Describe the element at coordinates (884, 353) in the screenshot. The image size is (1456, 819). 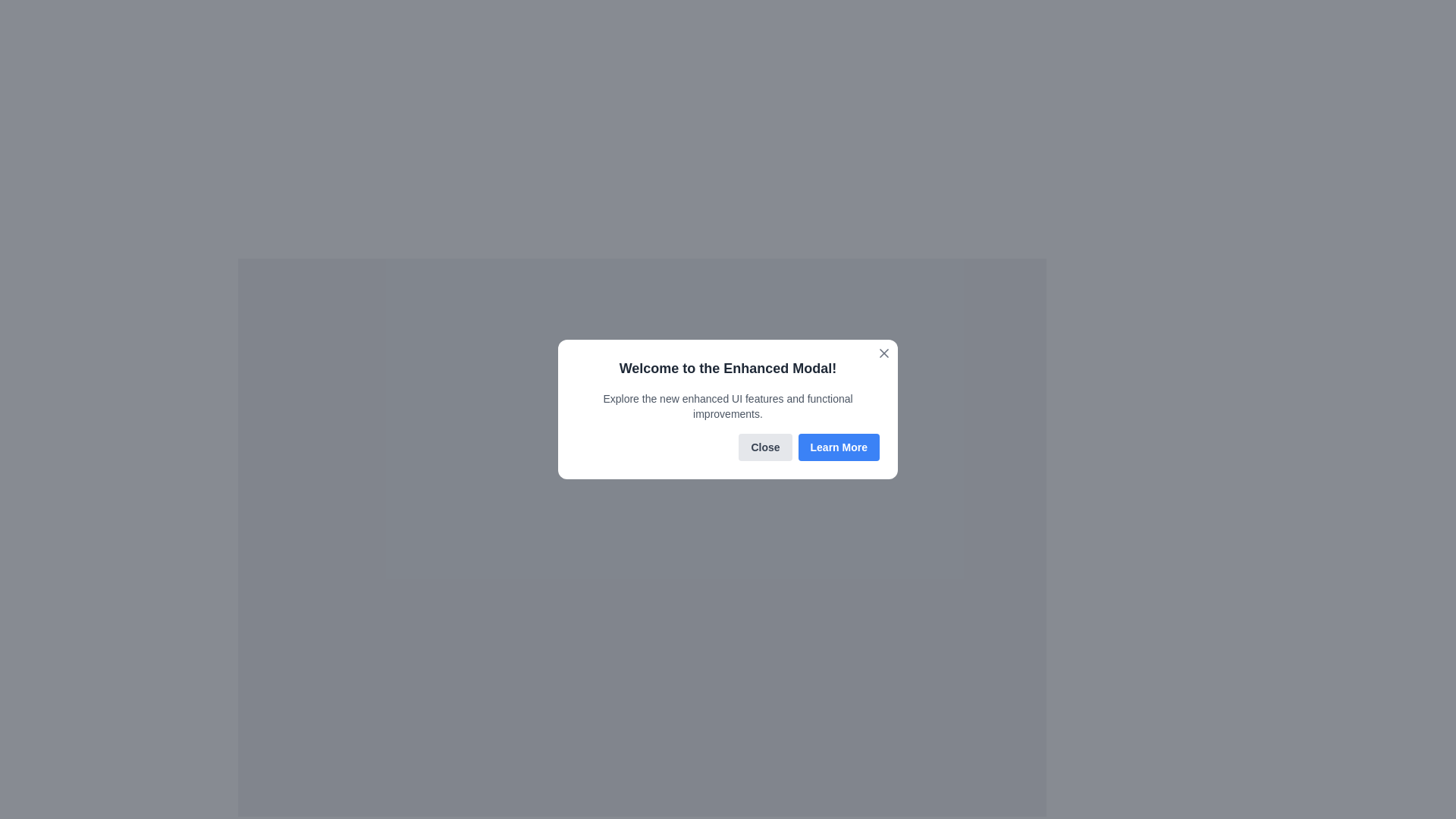
I see `the close button located in the top-right corner of the modal dialog` at that location.